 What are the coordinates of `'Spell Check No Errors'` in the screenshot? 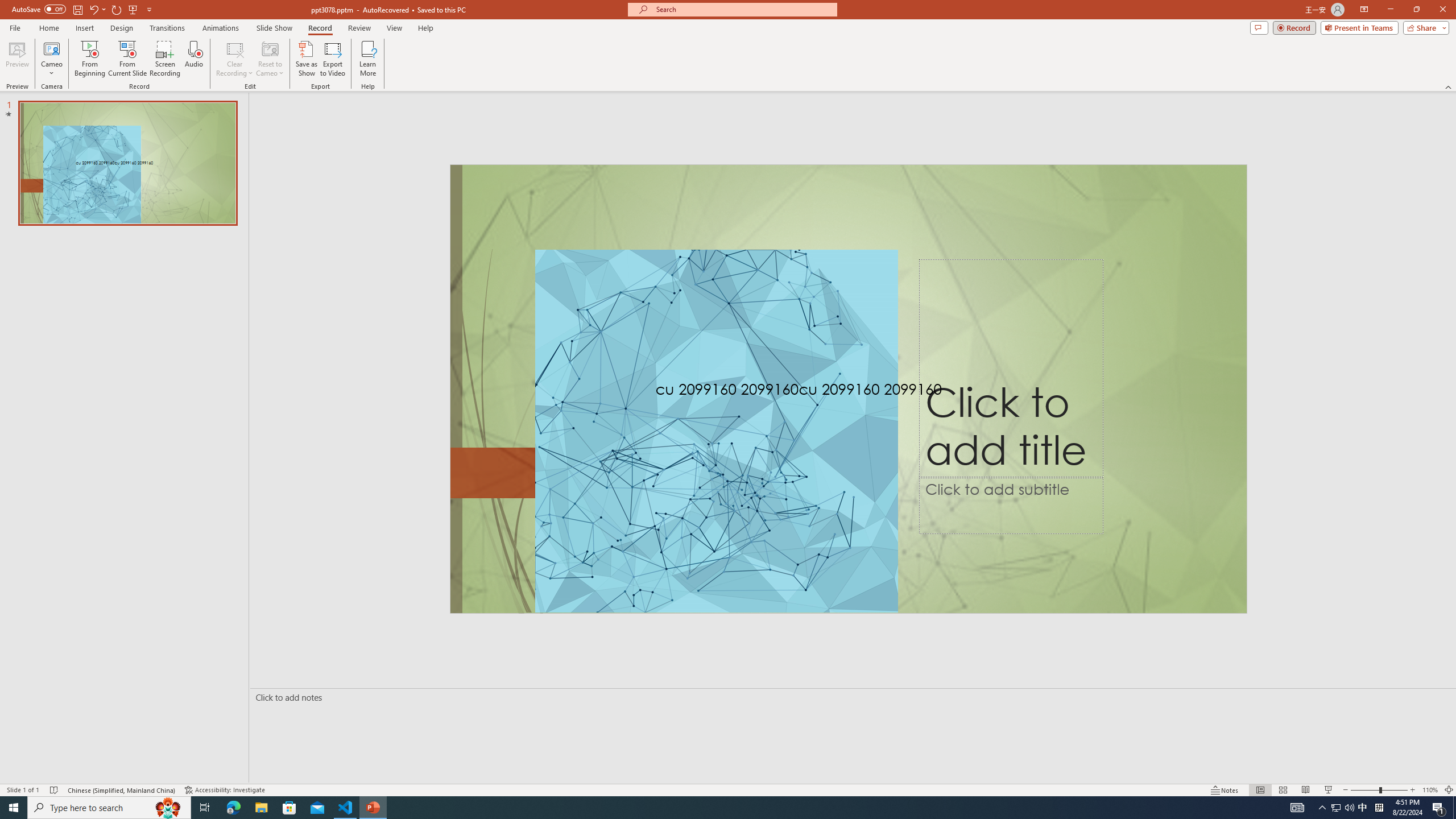 It's located at (54, 790).